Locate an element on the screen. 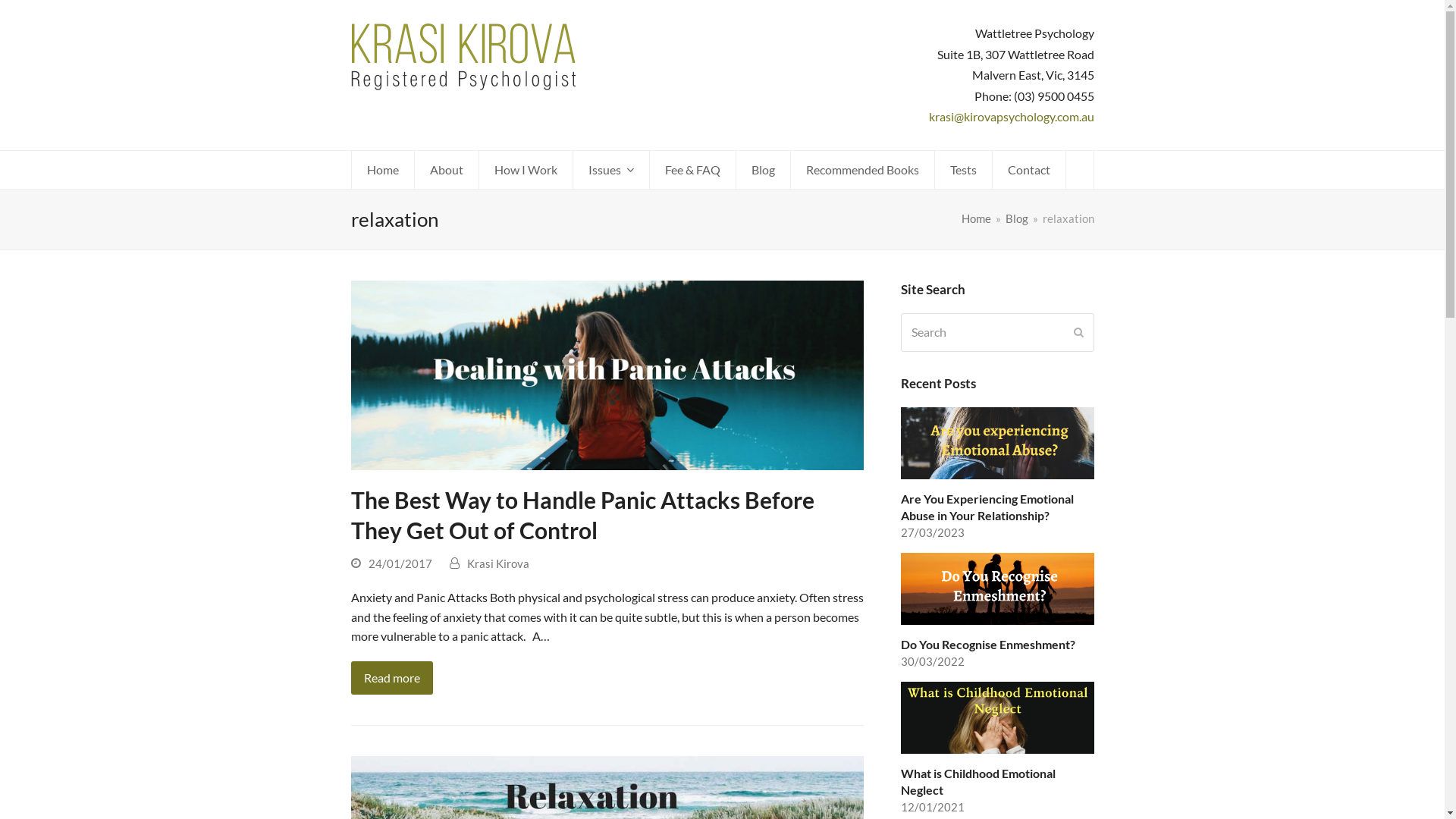 Image resolution: width=1456 pixels, height=819 pixels. 'About' is located at coordinates (414, 169).